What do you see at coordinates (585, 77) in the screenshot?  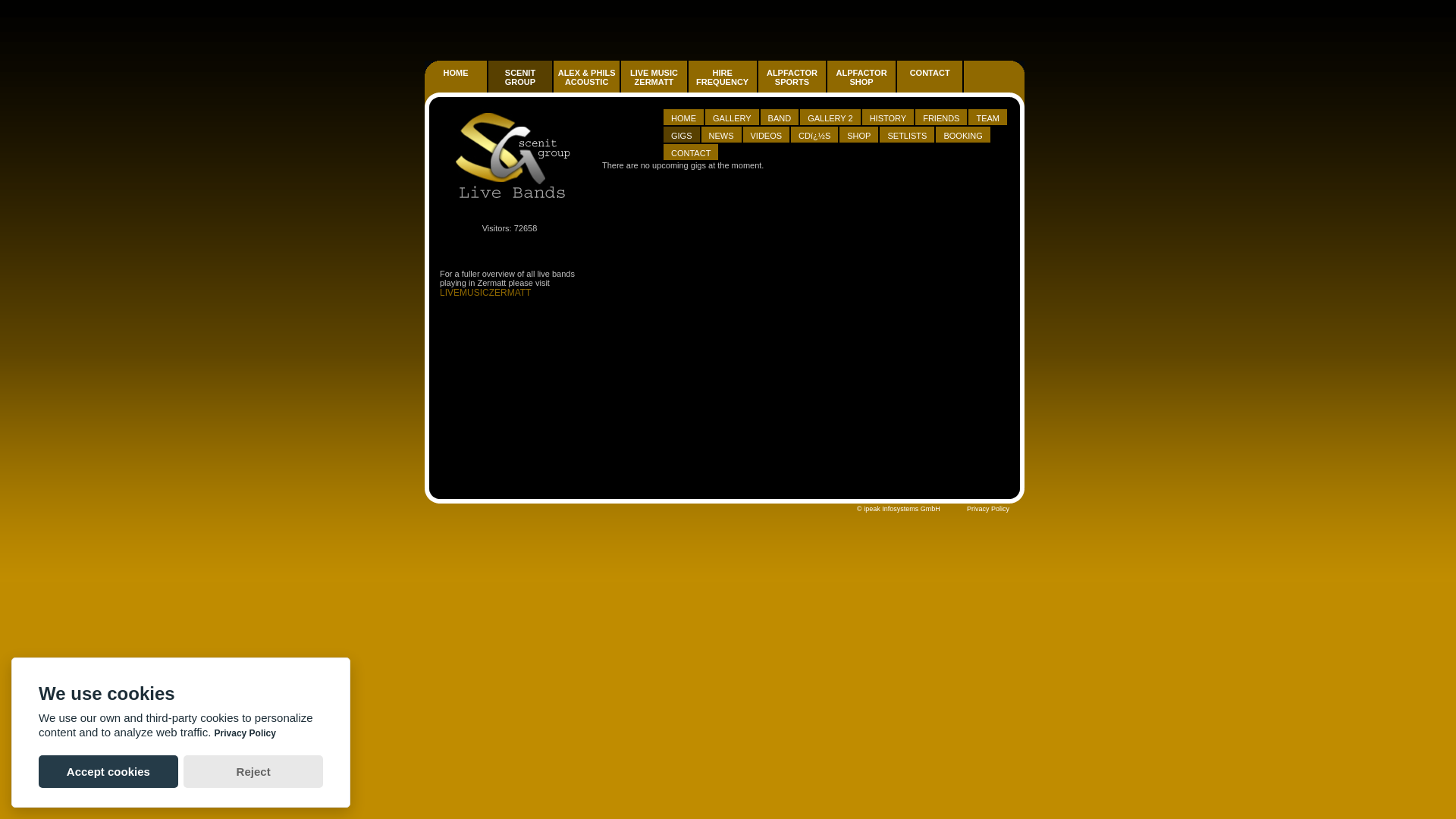 I see `'ALEX & PHILS` at bounding box center [585, 77].